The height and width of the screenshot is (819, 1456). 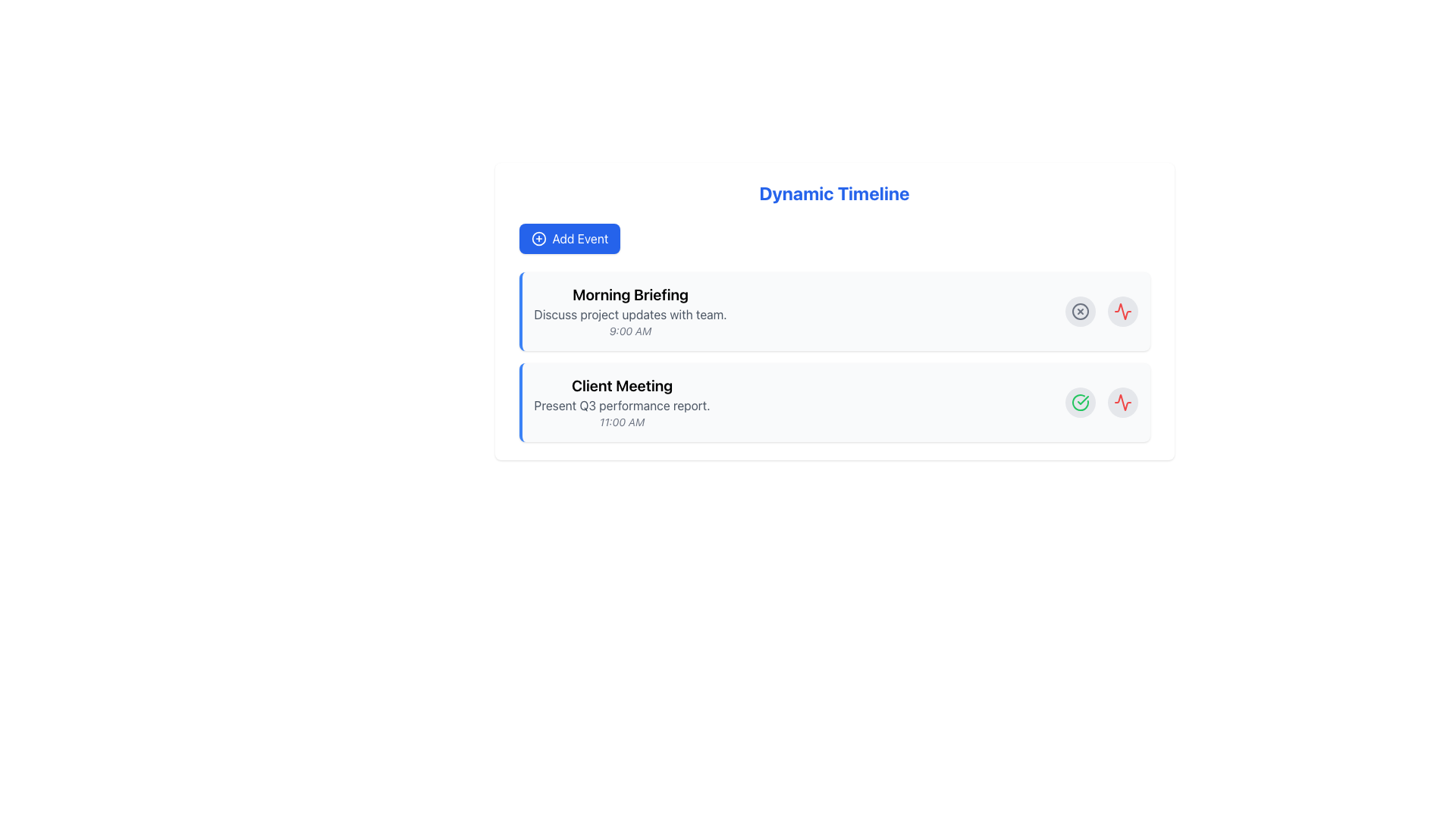 What do you see at coordinates (630, 330) in the screenshot?
I see `the informational timestamp text that provides the scheduled time for the 'Morning Briefing' event, located below the description 'Discuss project updates with team.'` at bounding box center [630, 330].